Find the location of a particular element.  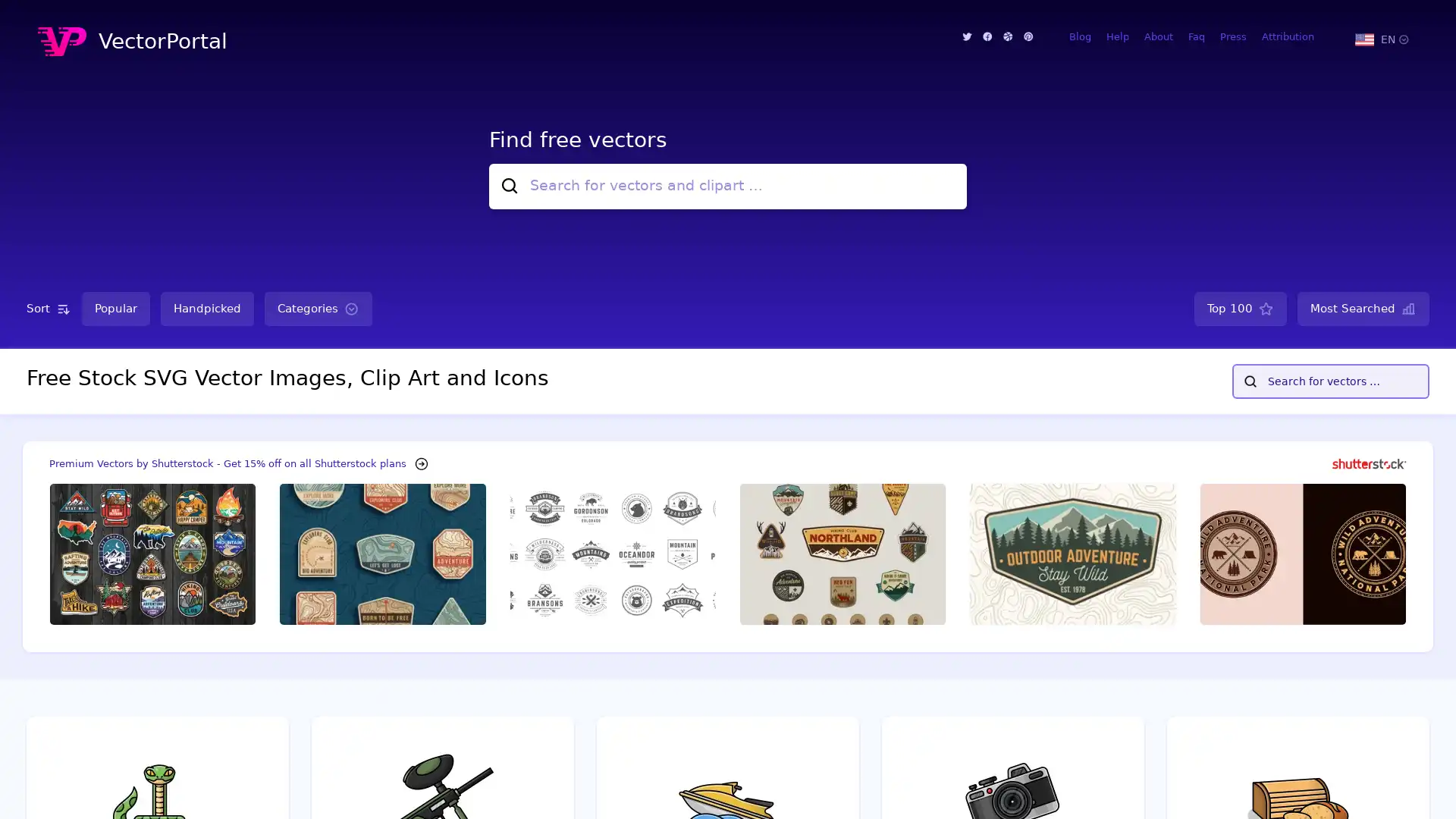

EN is located at coordinates (1381, 38).